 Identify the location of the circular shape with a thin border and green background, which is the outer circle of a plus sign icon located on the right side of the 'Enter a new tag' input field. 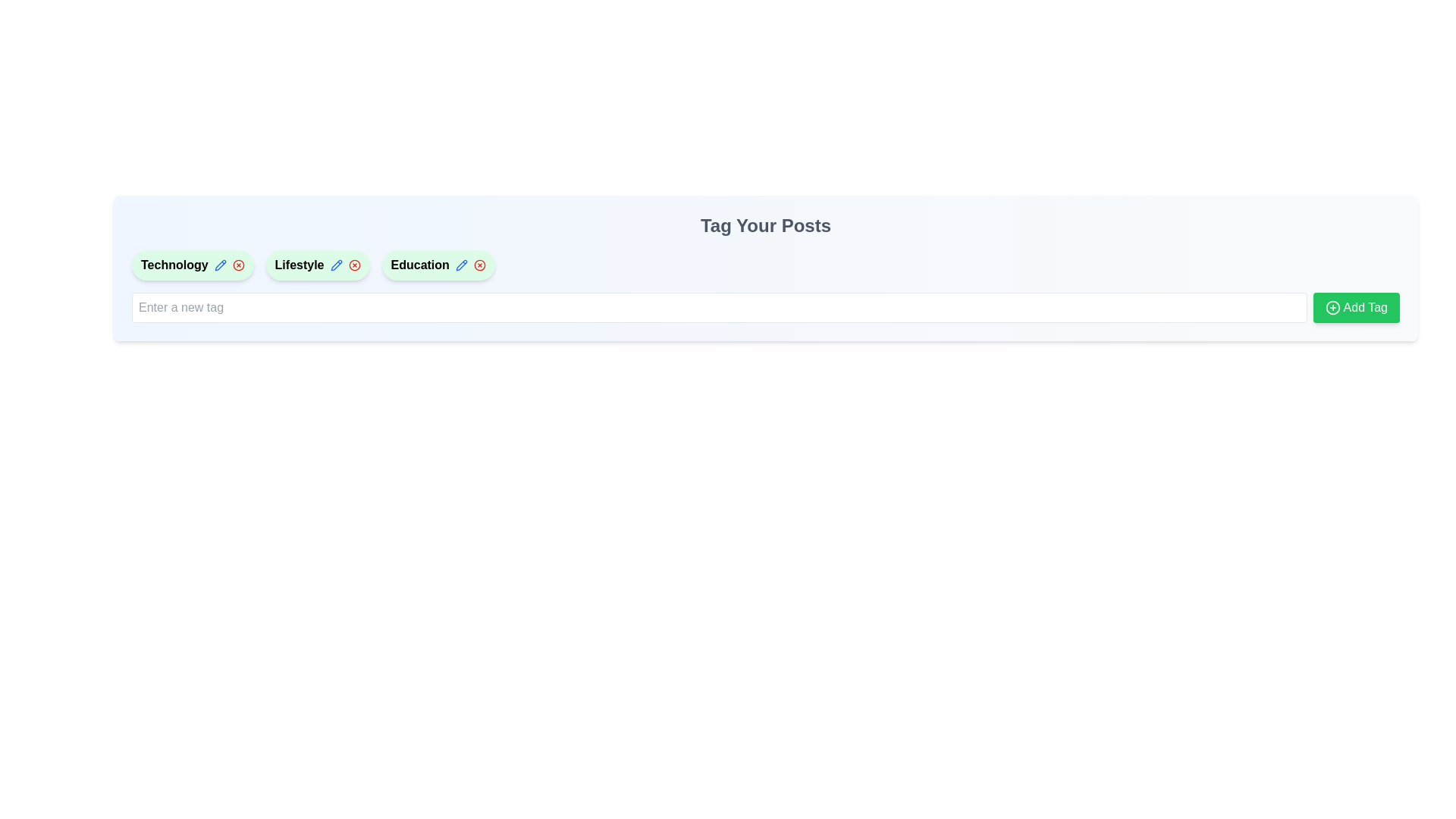
(1332, 307).